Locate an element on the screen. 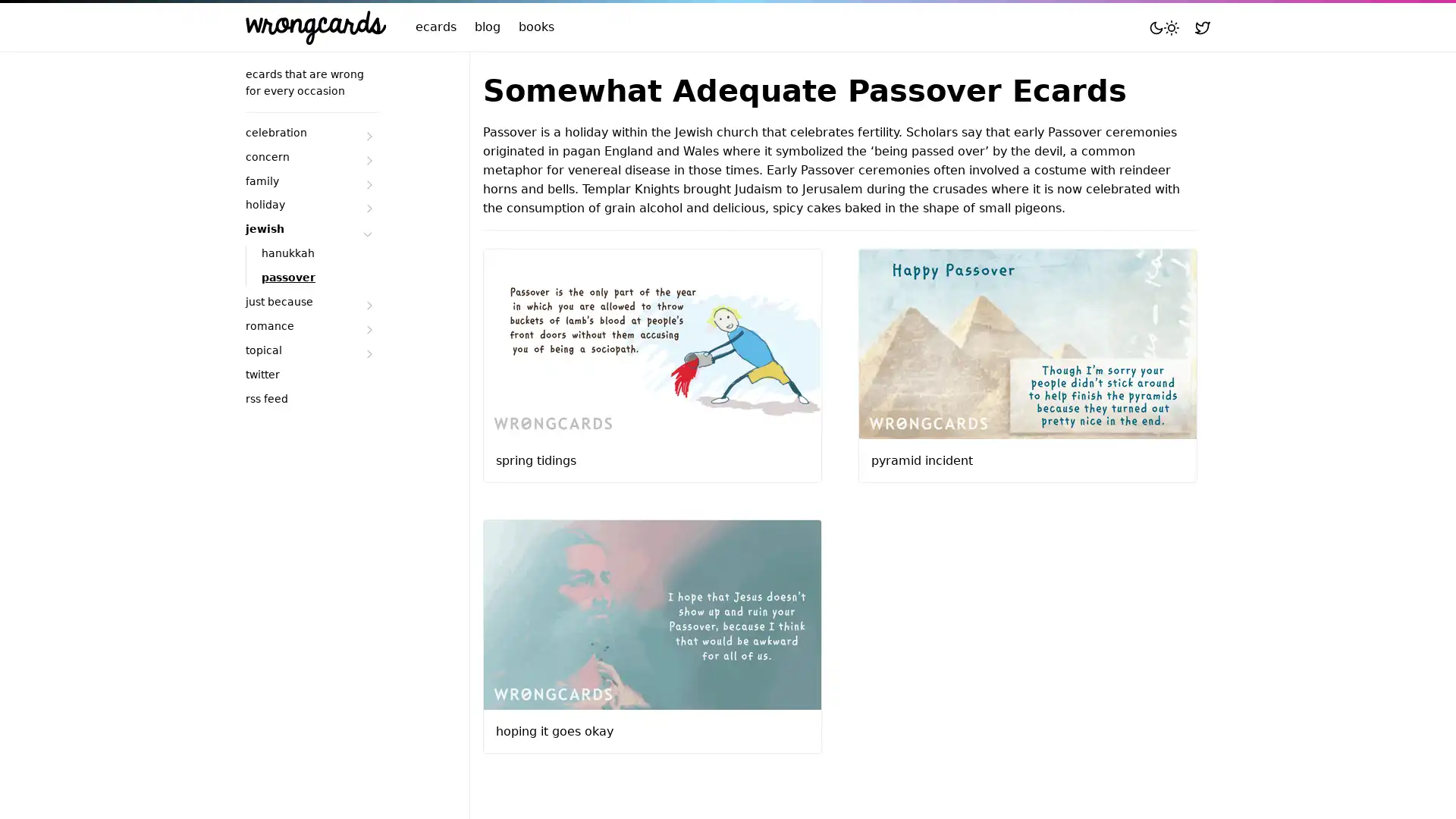 The image size is (1456, 819). Submenu is located at coordinates (367, 353).